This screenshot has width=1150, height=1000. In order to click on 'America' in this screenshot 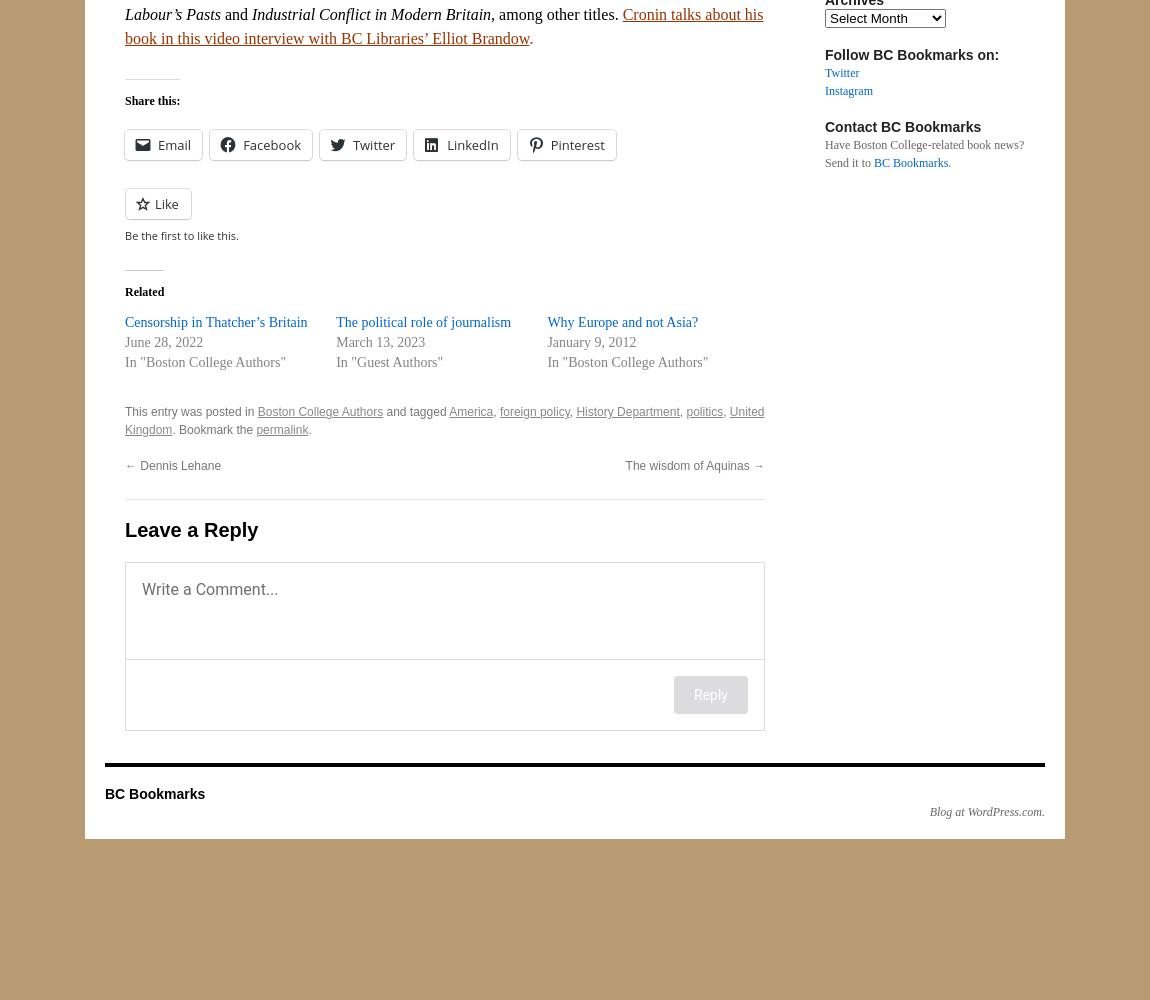, I will do `click(471, 412)`.